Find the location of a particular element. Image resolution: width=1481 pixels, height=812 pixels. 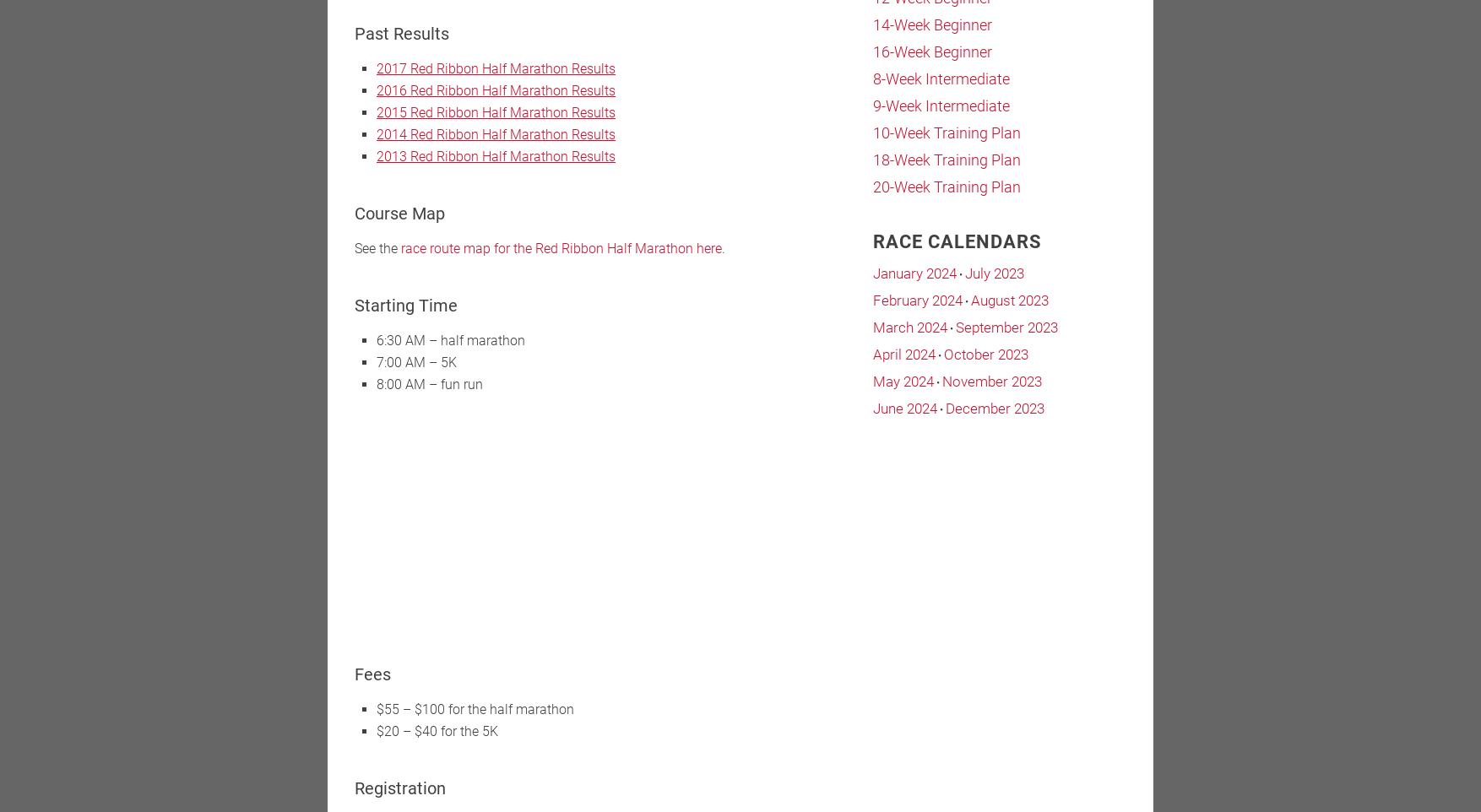

'March 2024' is located at coordinates (910, 326).